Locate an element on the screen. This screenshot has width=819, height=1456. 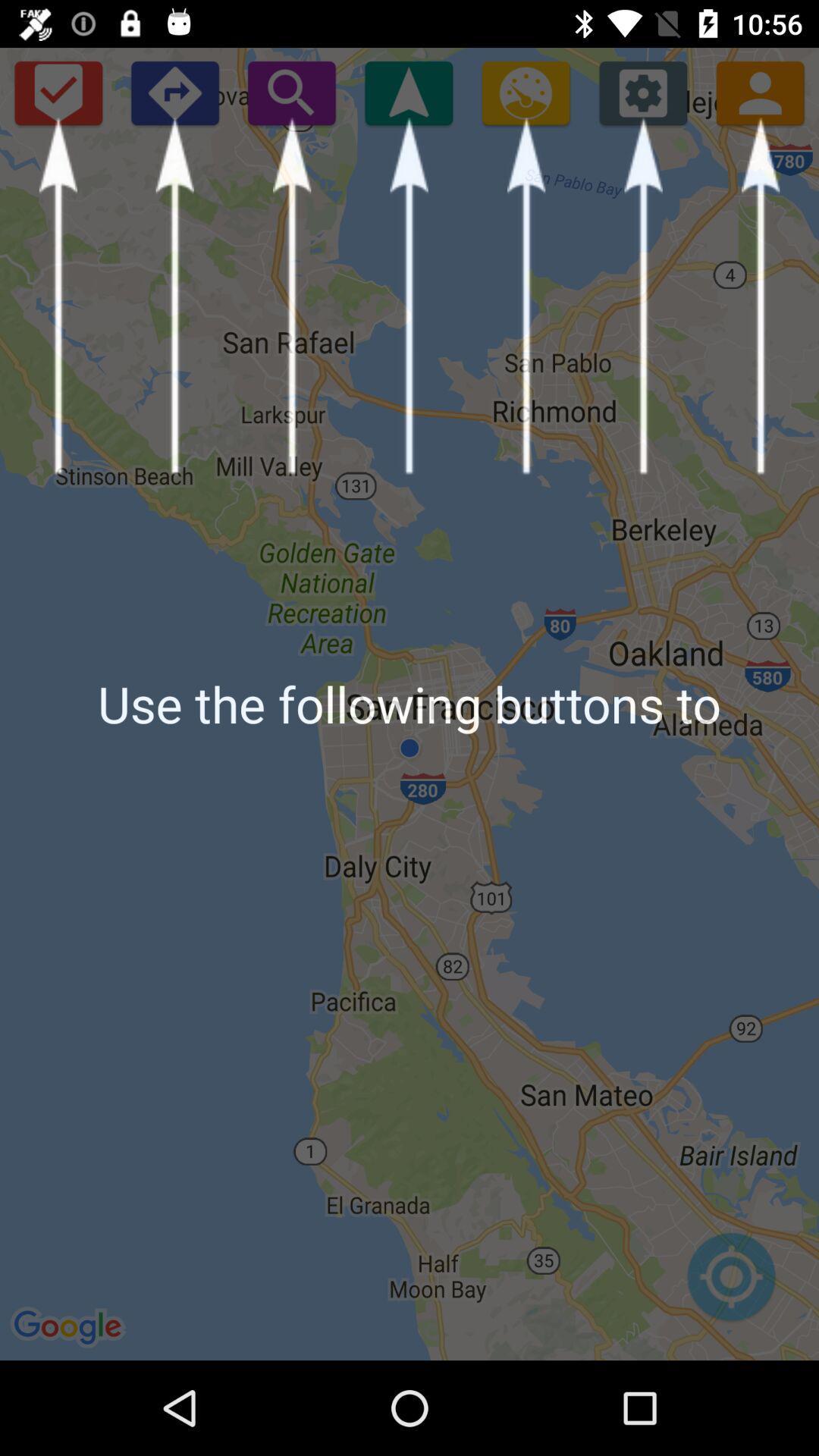
search is located at coordinates (291, 92).